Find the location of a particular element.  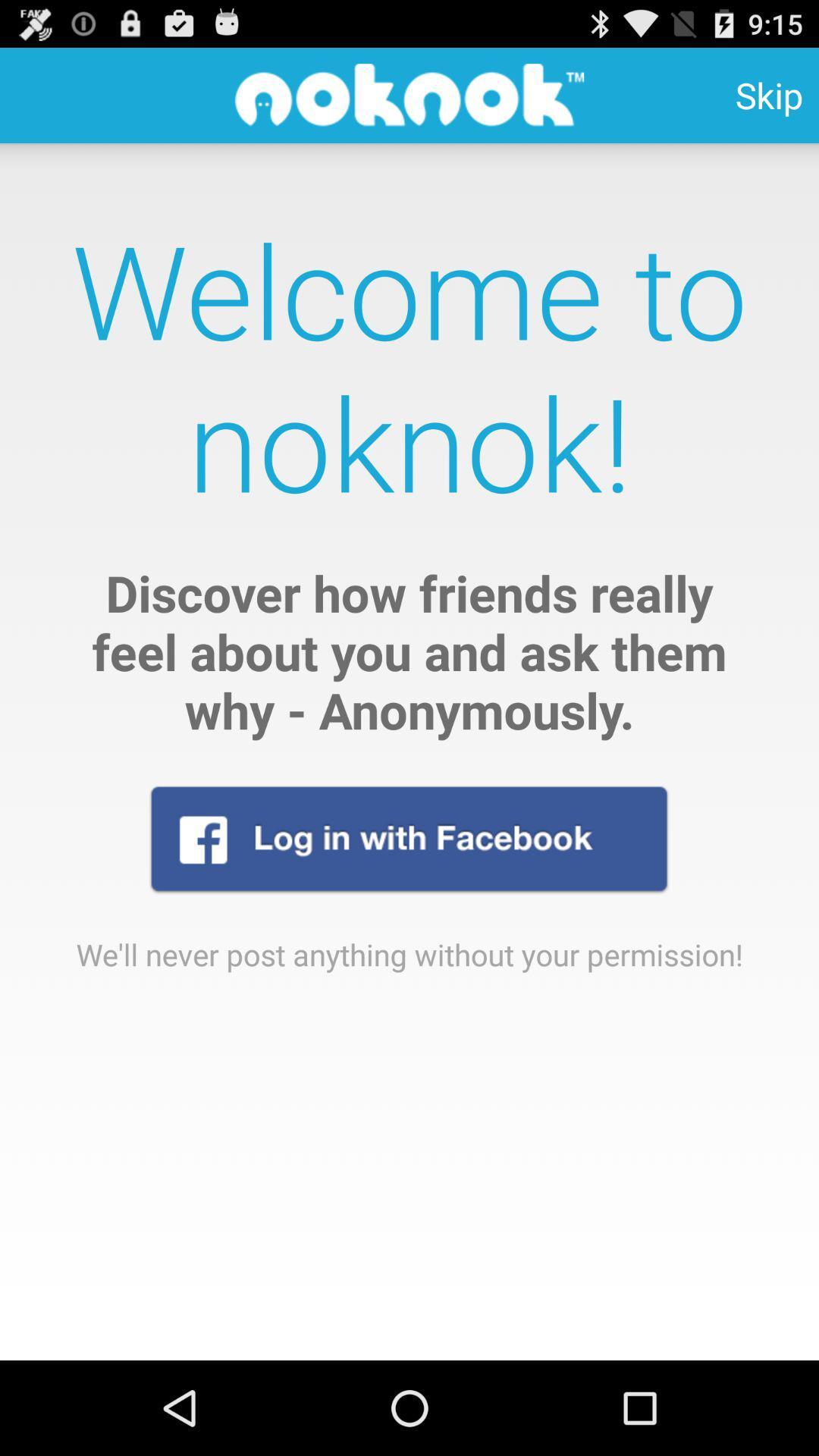

the icon above welcome to noknok! icon is located at coordinates (769, 94).